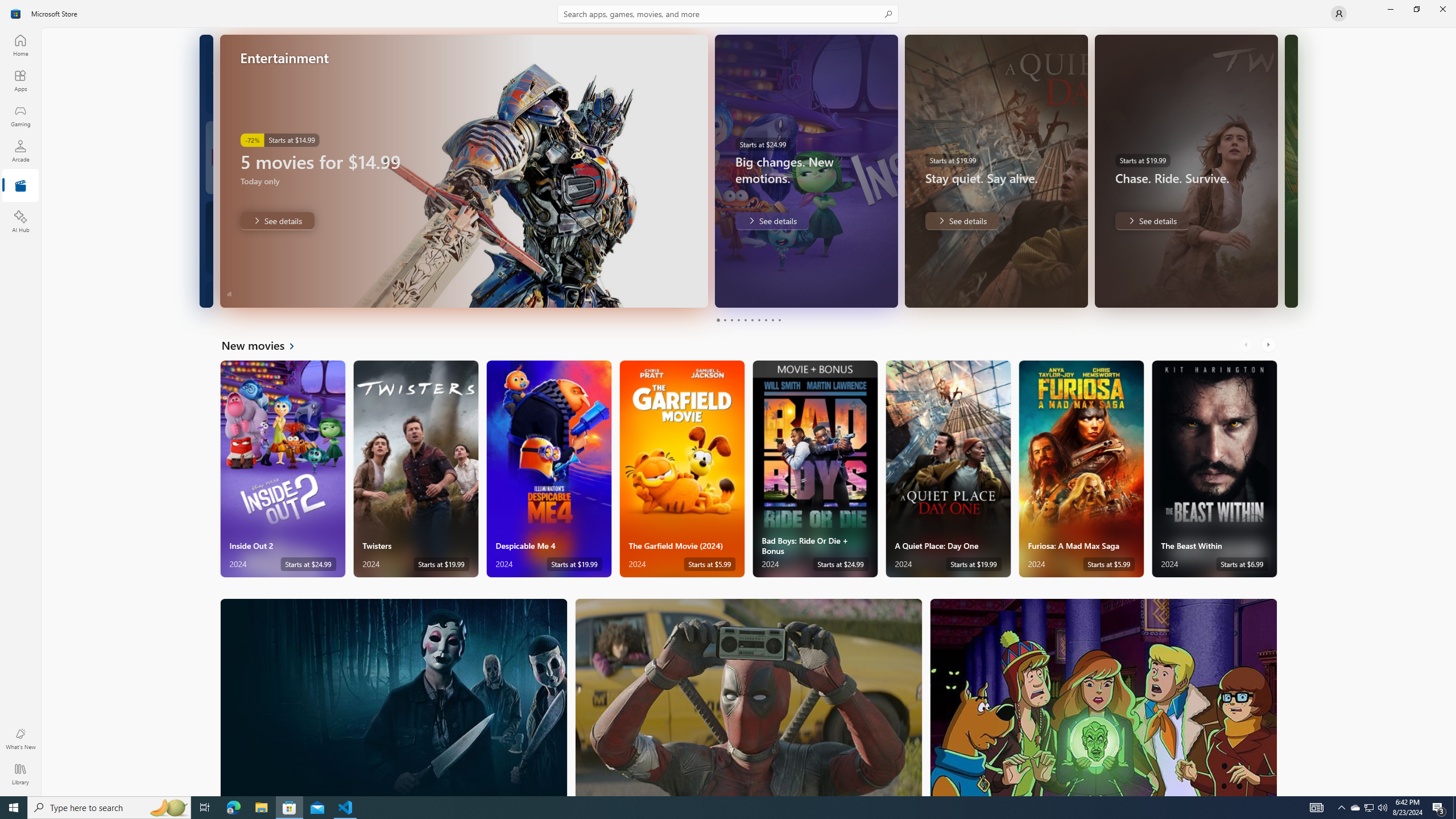  Describe the element at coordinates (1247, 344) in the screenshot. I see `'AutomationID: LeftScrollButton'` at that location.